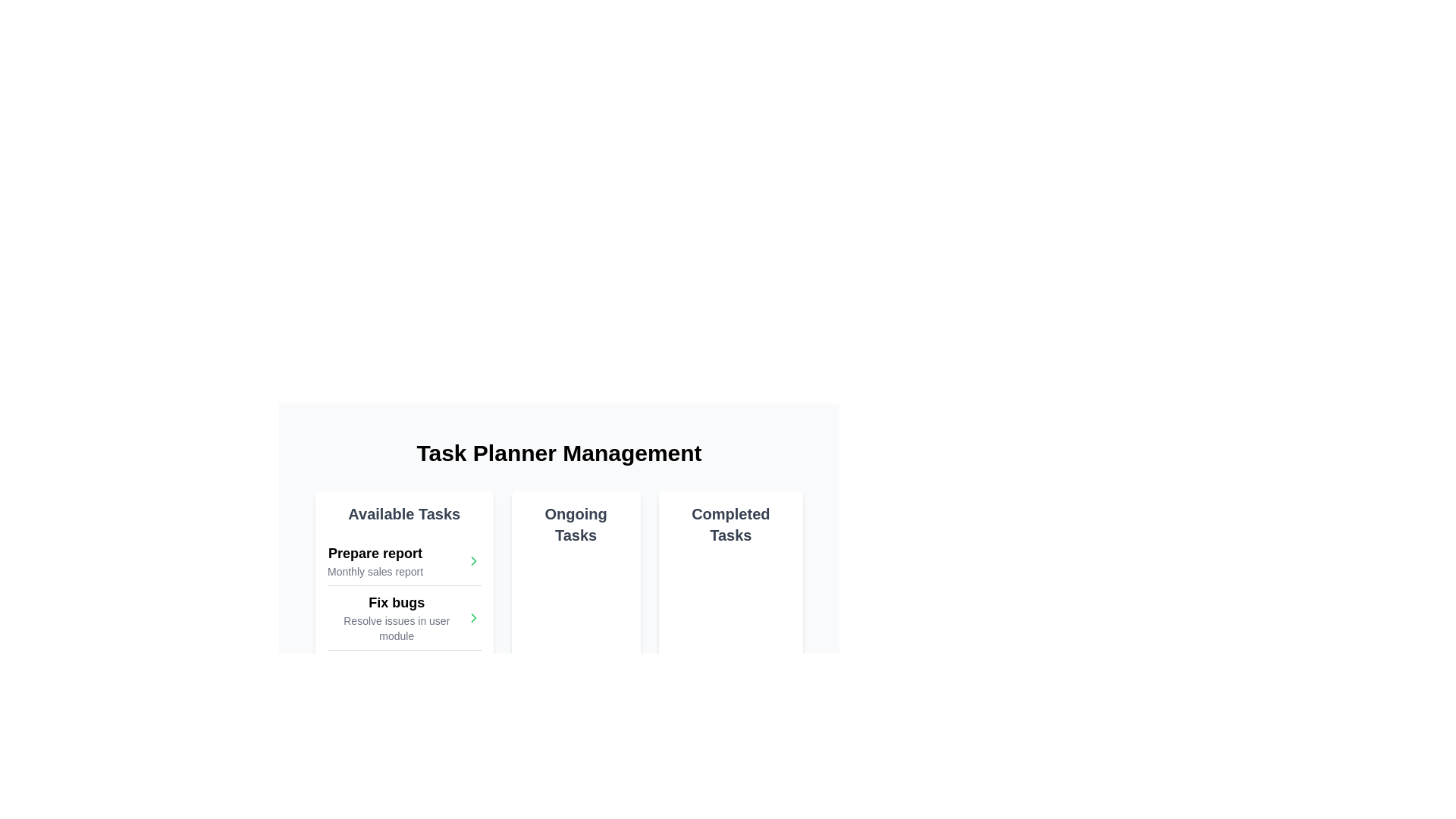 The image size is (1456, 819). What do you see at coordinates (375, 553) in the screenshot?
I see `the bold, black, left-aligned text label reading 'Prepare report', which is the first item in the 'Available Tasks' section` at bounding box center [375, 553].